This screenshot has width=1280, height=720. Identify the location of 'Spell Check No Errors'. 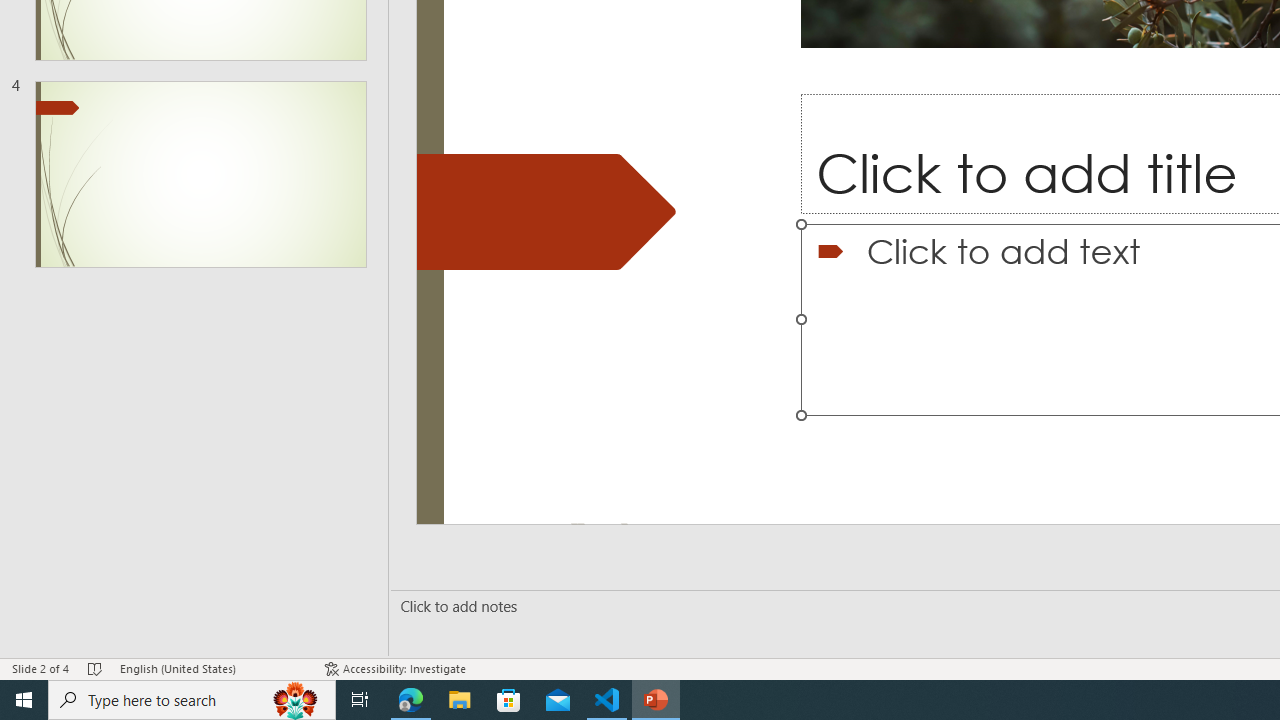
(95, 669).